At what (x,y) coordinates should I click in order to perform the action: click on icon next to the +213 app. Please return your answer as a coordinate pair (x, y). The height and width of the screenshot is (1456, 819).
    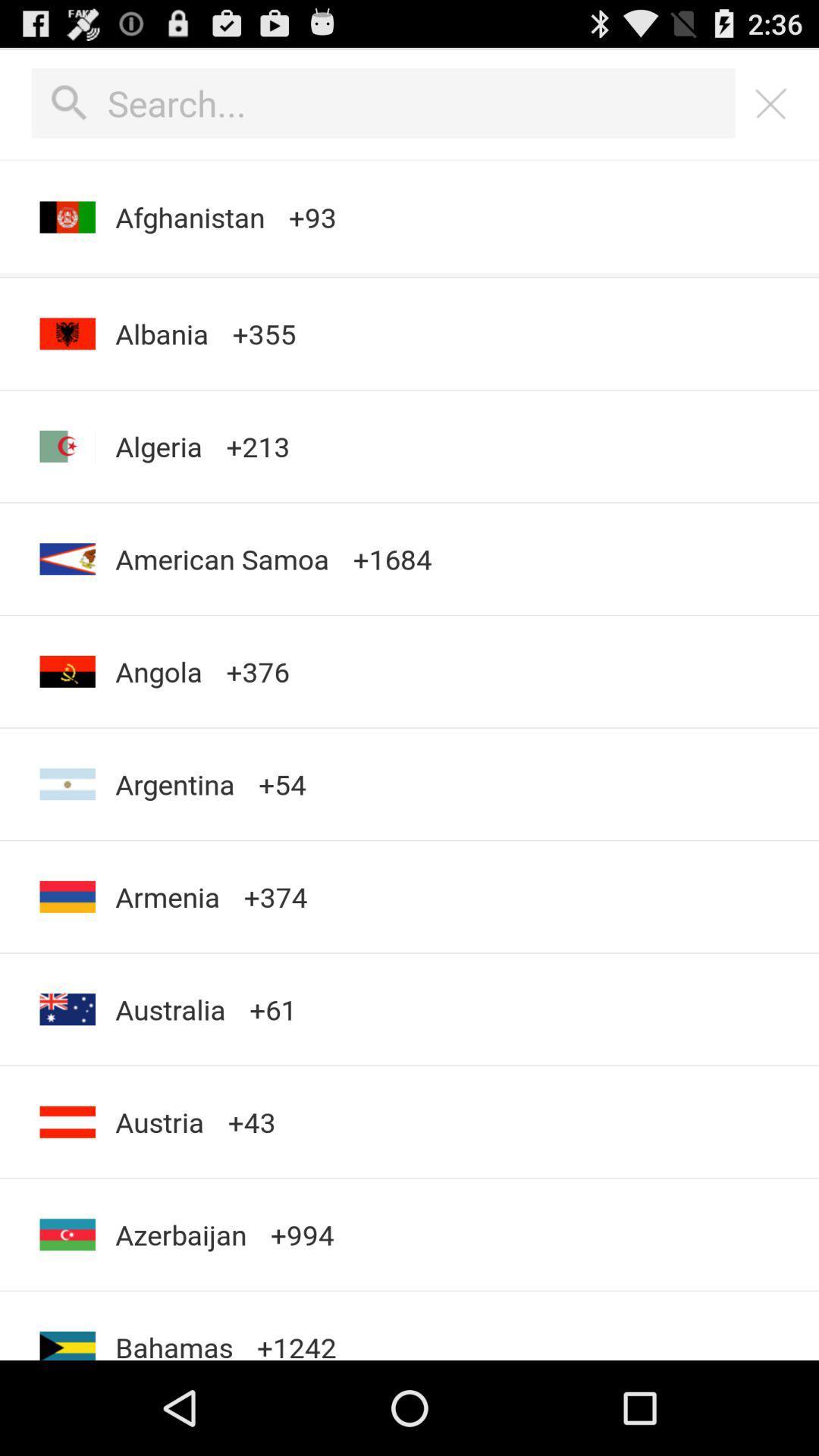
    Looking at the image, I should click on (158, 445).